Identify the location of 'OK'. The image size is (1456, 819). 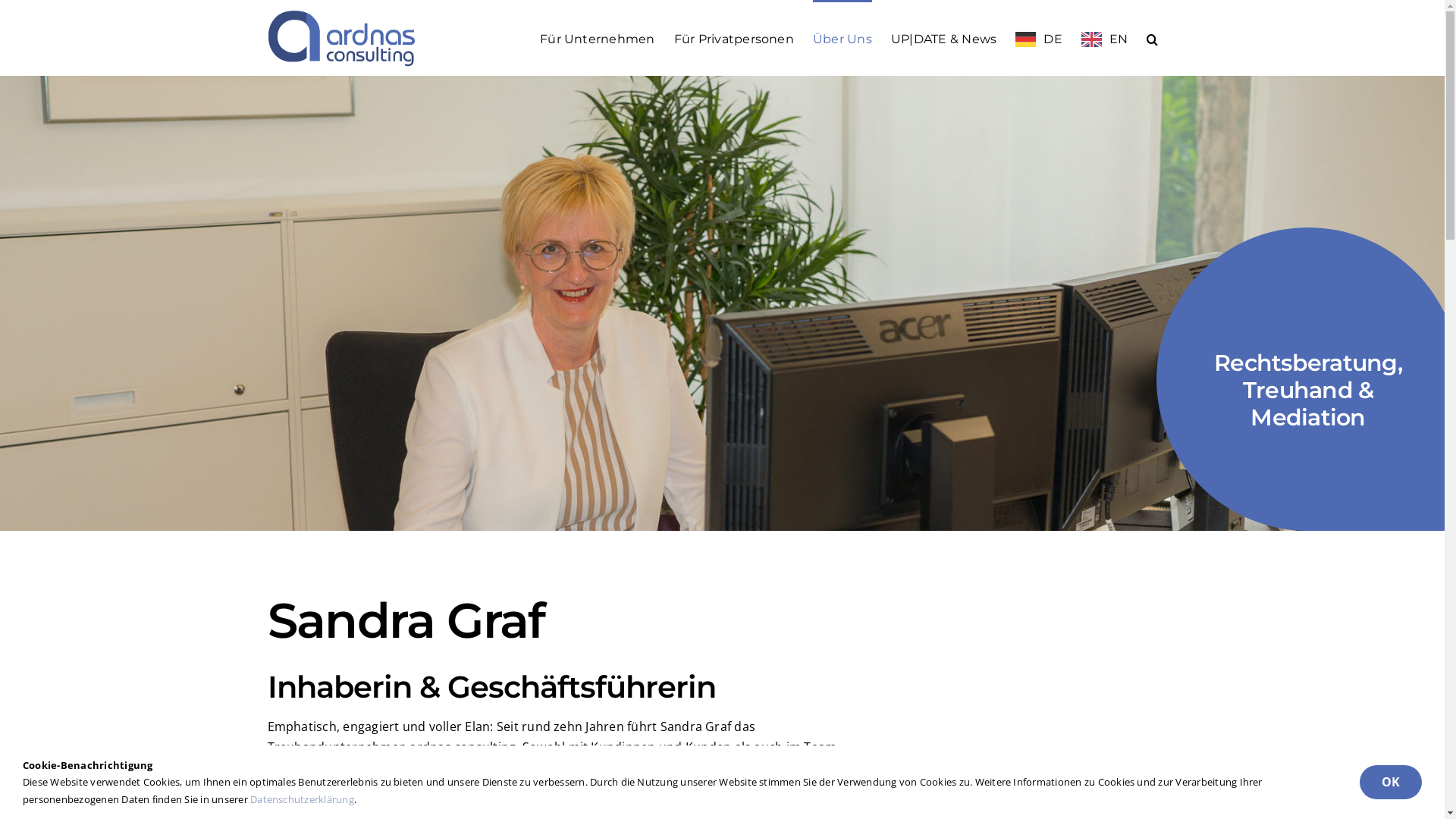
(1390, 782).